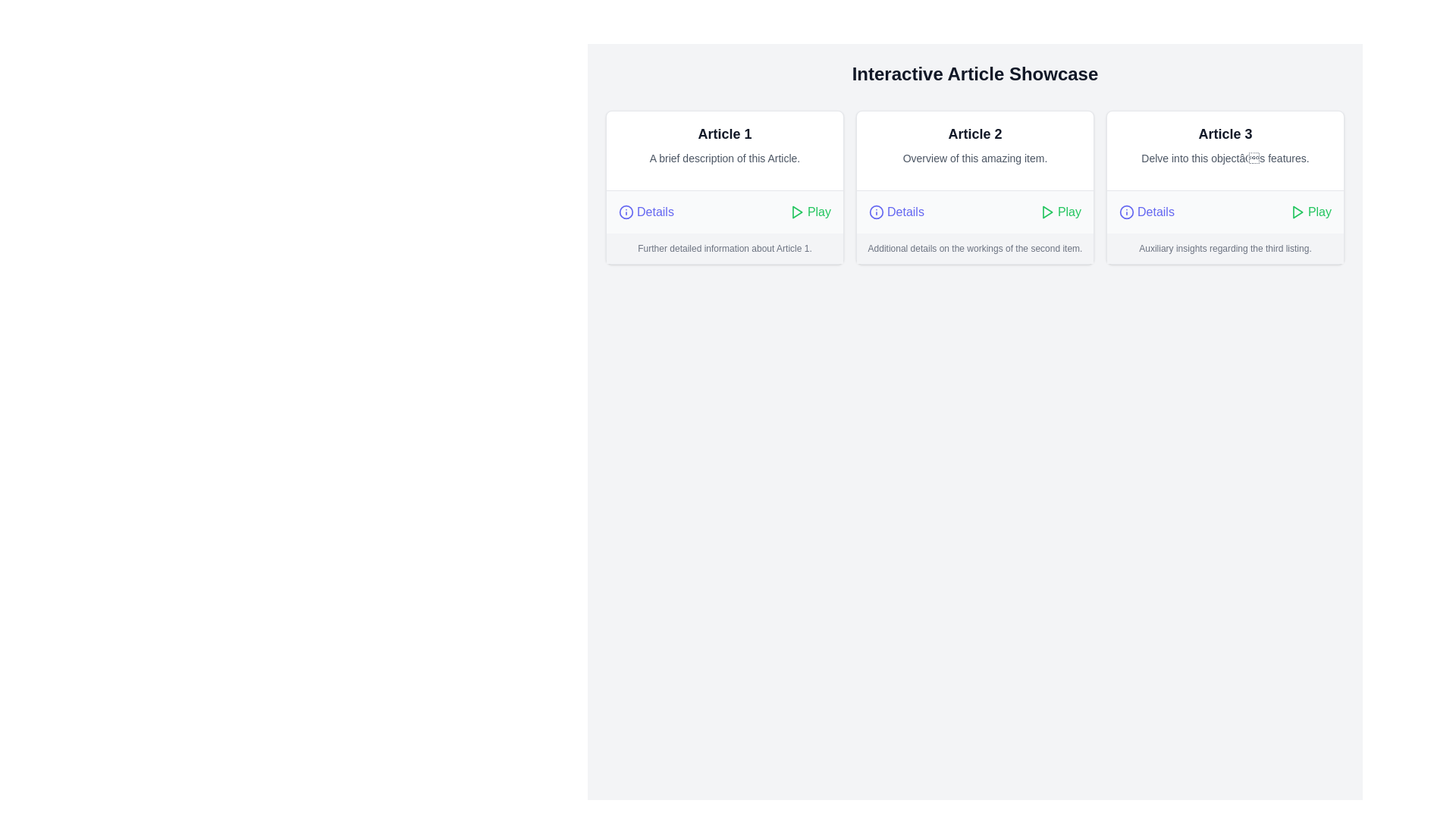  Describe the element at coordinates (975, 211) in the screenshot. I see `the 'Play' button located in the Navigation/Action bar at the bottom of 'Article 2' to initiate the related action` at that location.